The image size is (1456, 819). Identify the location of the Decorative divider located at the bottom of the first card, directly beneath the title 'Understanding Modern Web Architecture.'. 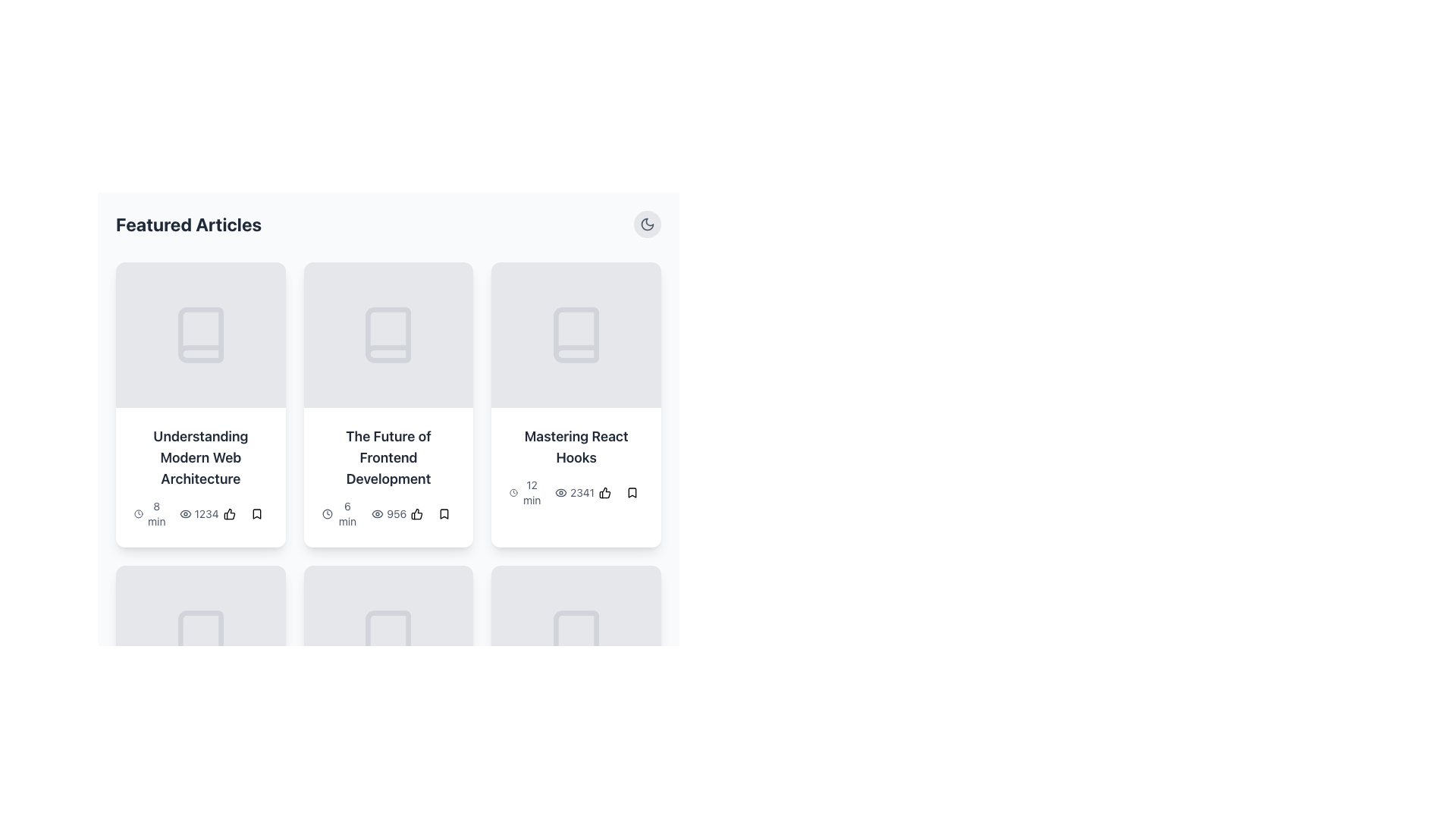
(199, 406).